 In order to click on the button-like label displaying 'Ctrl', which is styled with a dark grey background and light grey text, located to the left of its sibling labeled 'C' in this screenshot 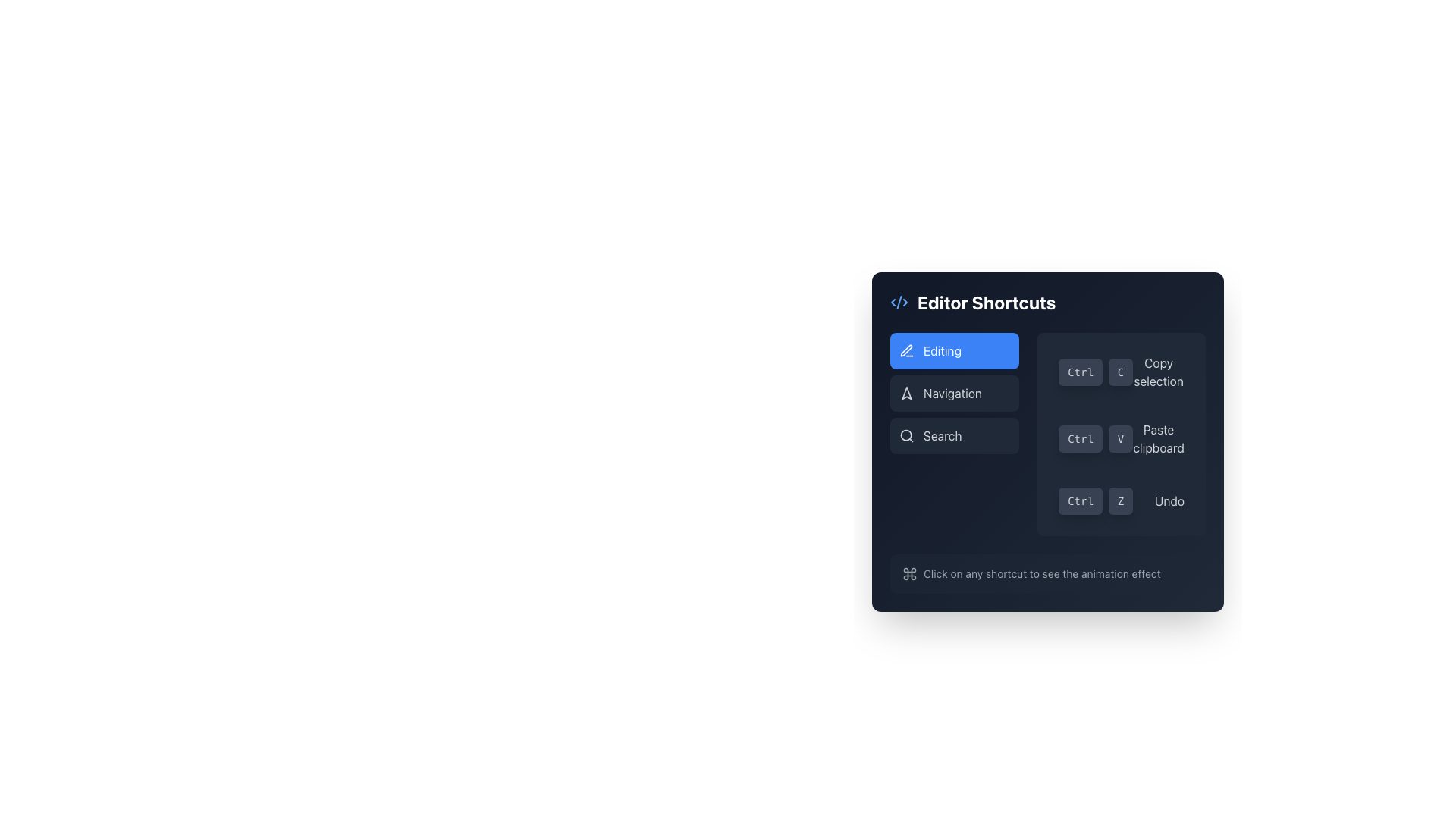, I will do `click(1080, 372)`.